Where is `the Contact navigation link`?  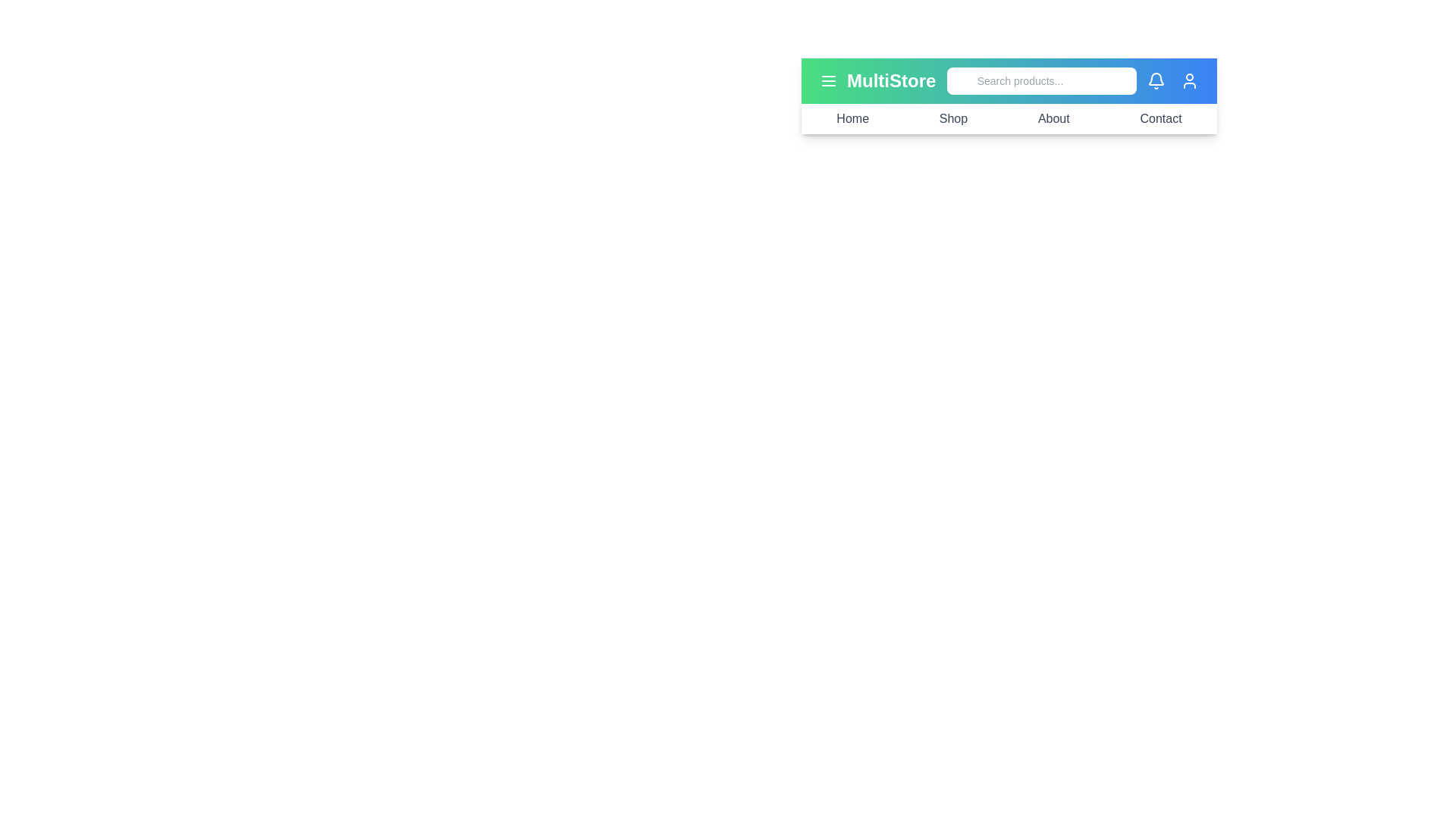
the Contact navigation link is located at coordinates (1160, 118).